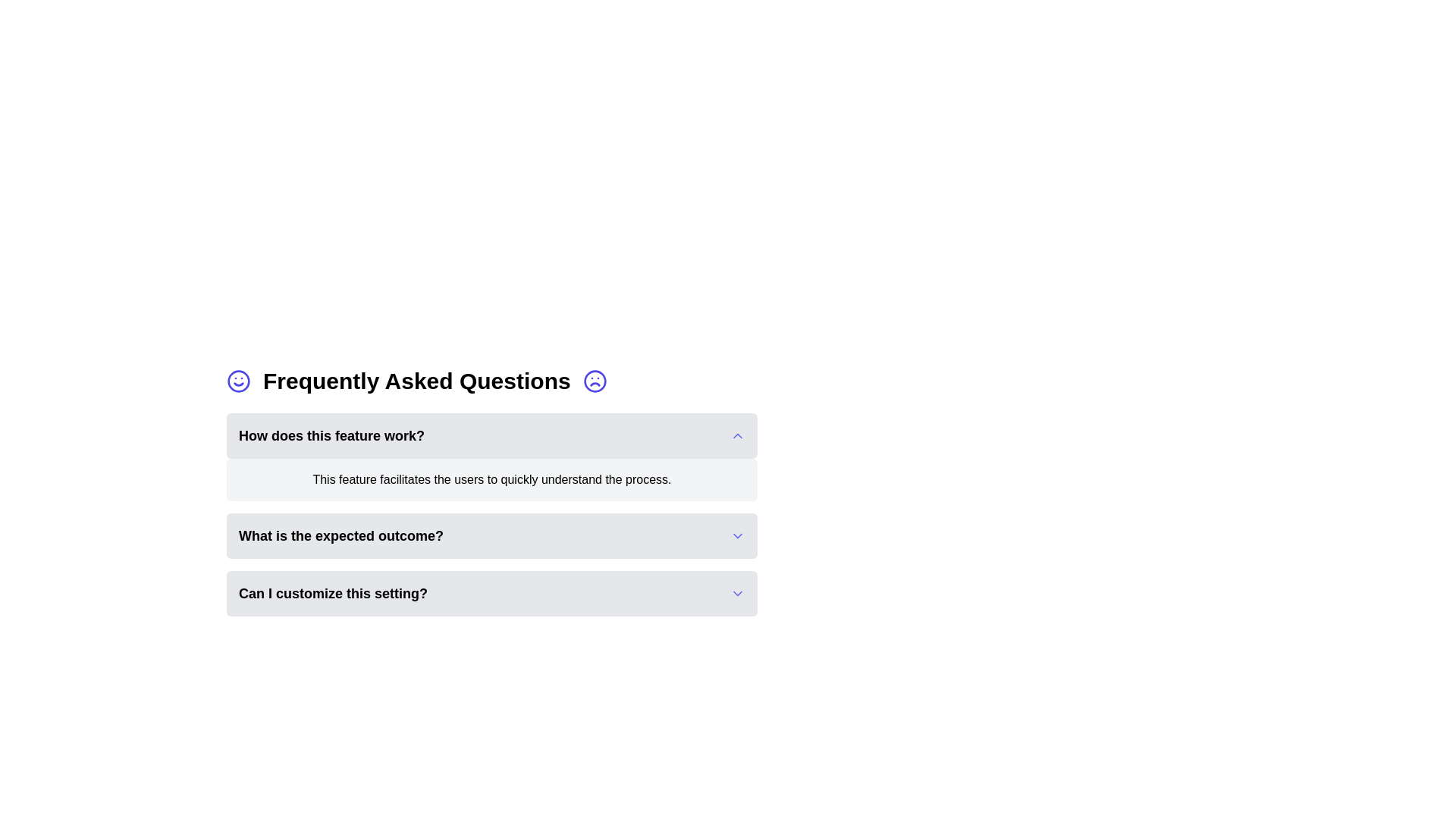 This screenshot has height=819, width=1456. I want to click on the downward-facing chevron icon, which is blue and outlined, located on the right side of a grey rectangle containing the text 'Can I customize this setting?', so click(738, 593).